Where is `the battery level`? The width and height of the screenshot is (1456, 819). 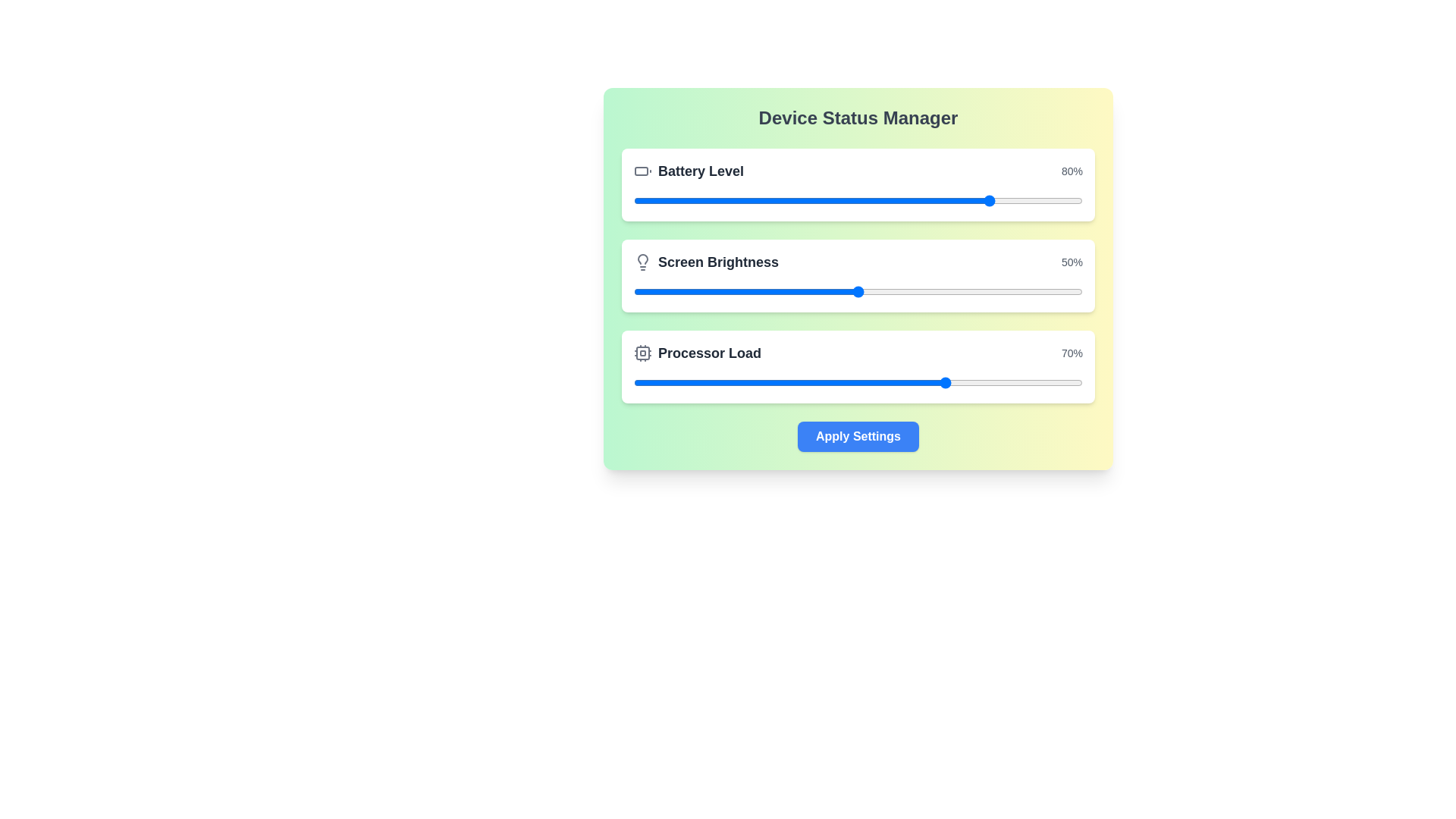 the battery level is located at coordinates (759, 200).